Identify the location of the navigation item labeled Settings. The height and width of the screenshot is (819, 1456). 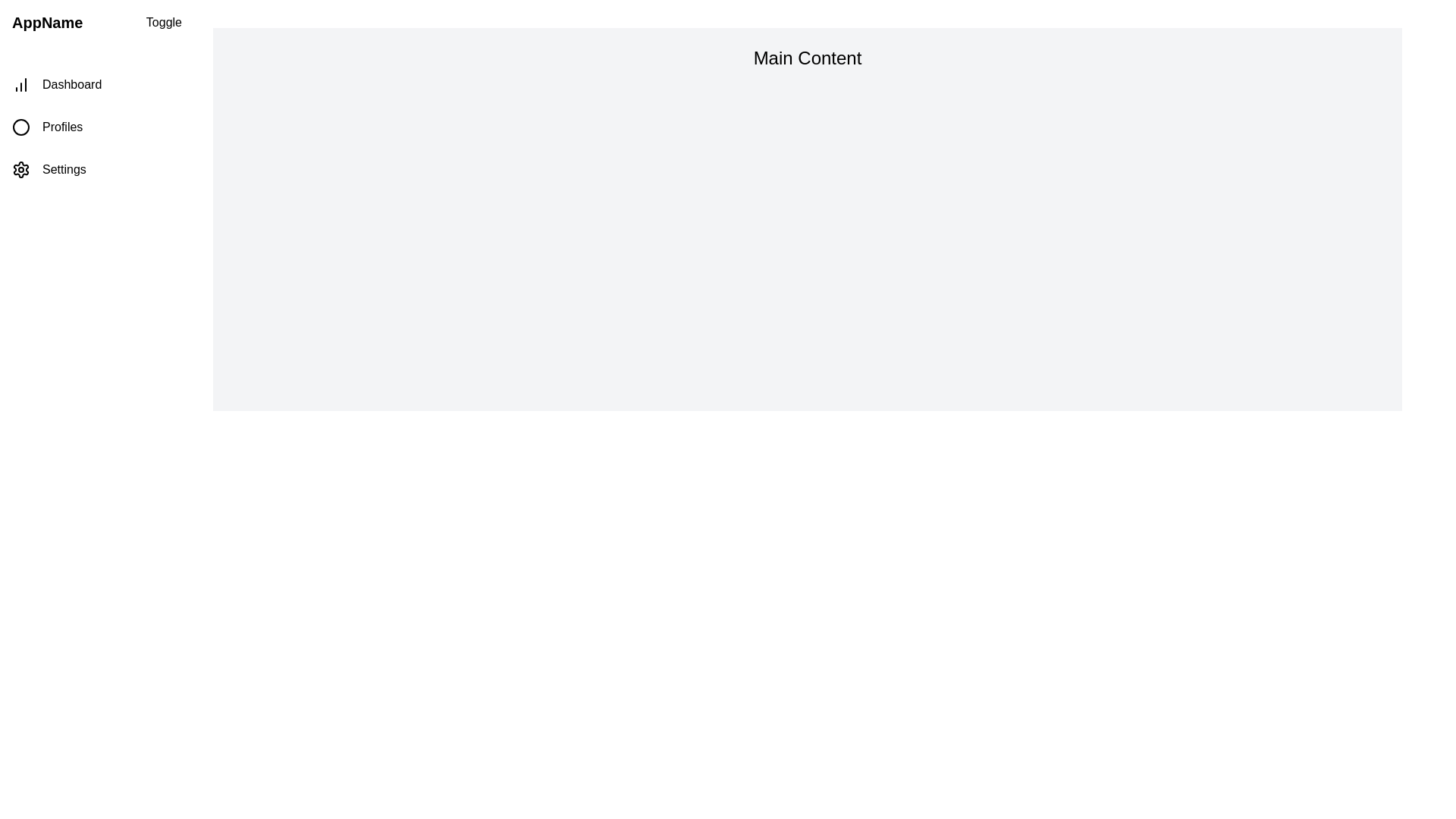
(96, 169).